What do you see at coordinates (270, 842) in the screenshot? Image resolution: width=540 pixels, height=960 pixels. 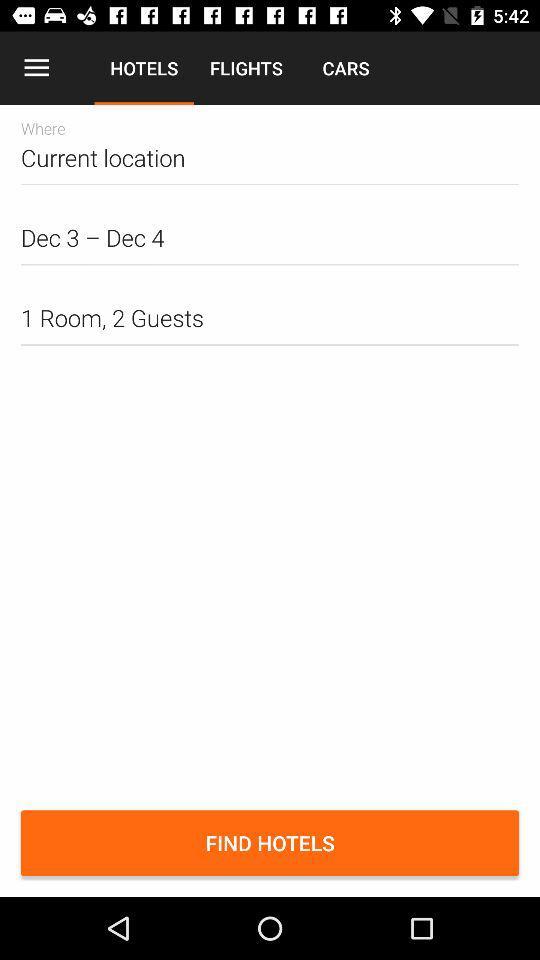 I see `the find hotels item` at bounding box center [270, 842].